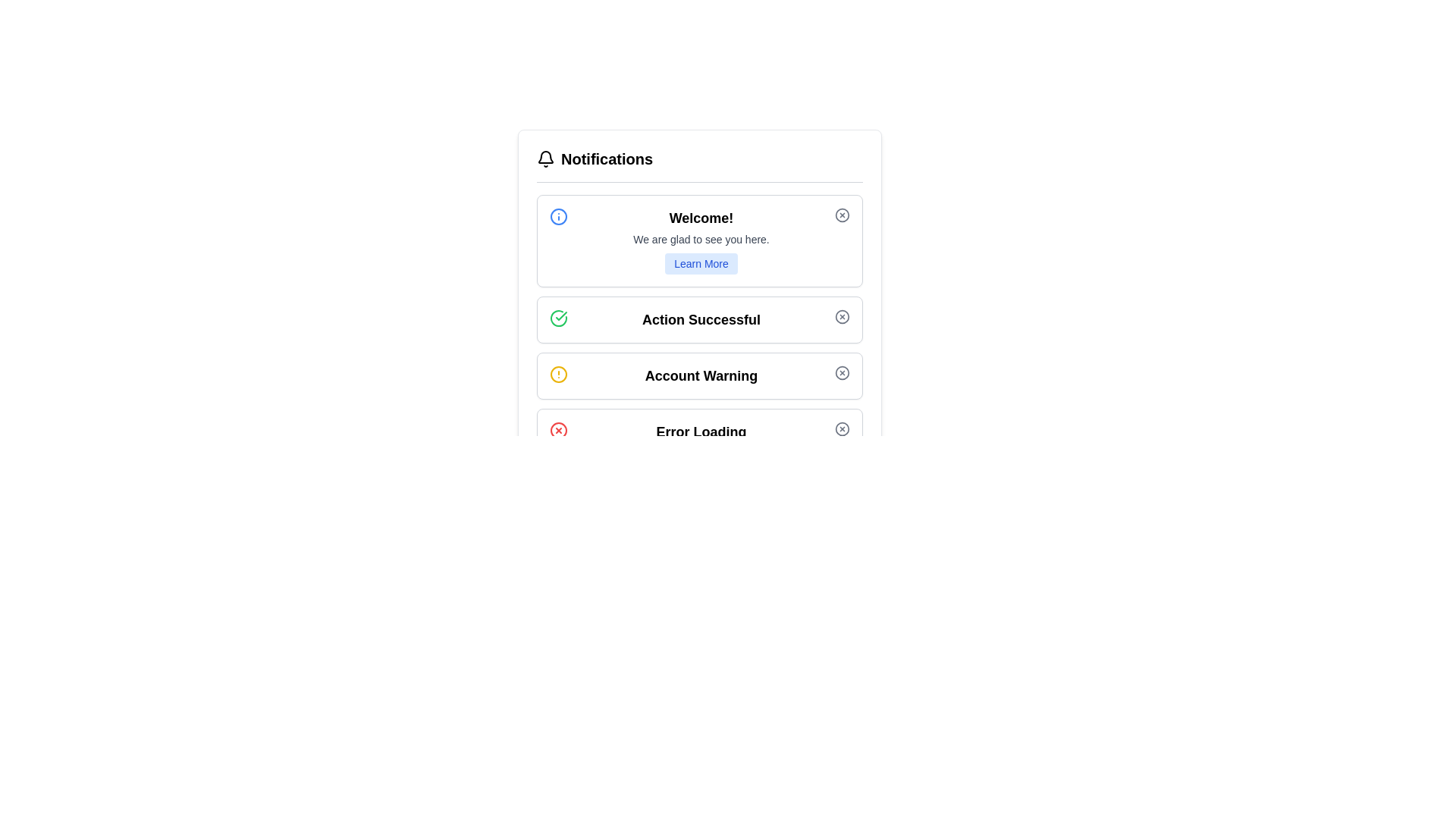  What do you see at coordinates (841, 215) in the screenshot?
I see `the circular icon button with a stylized cross inside it, located at the top-right corner of the notification section adjacent to the header text 'Welcome!' to change its color state` at bounding box center [841, 215].